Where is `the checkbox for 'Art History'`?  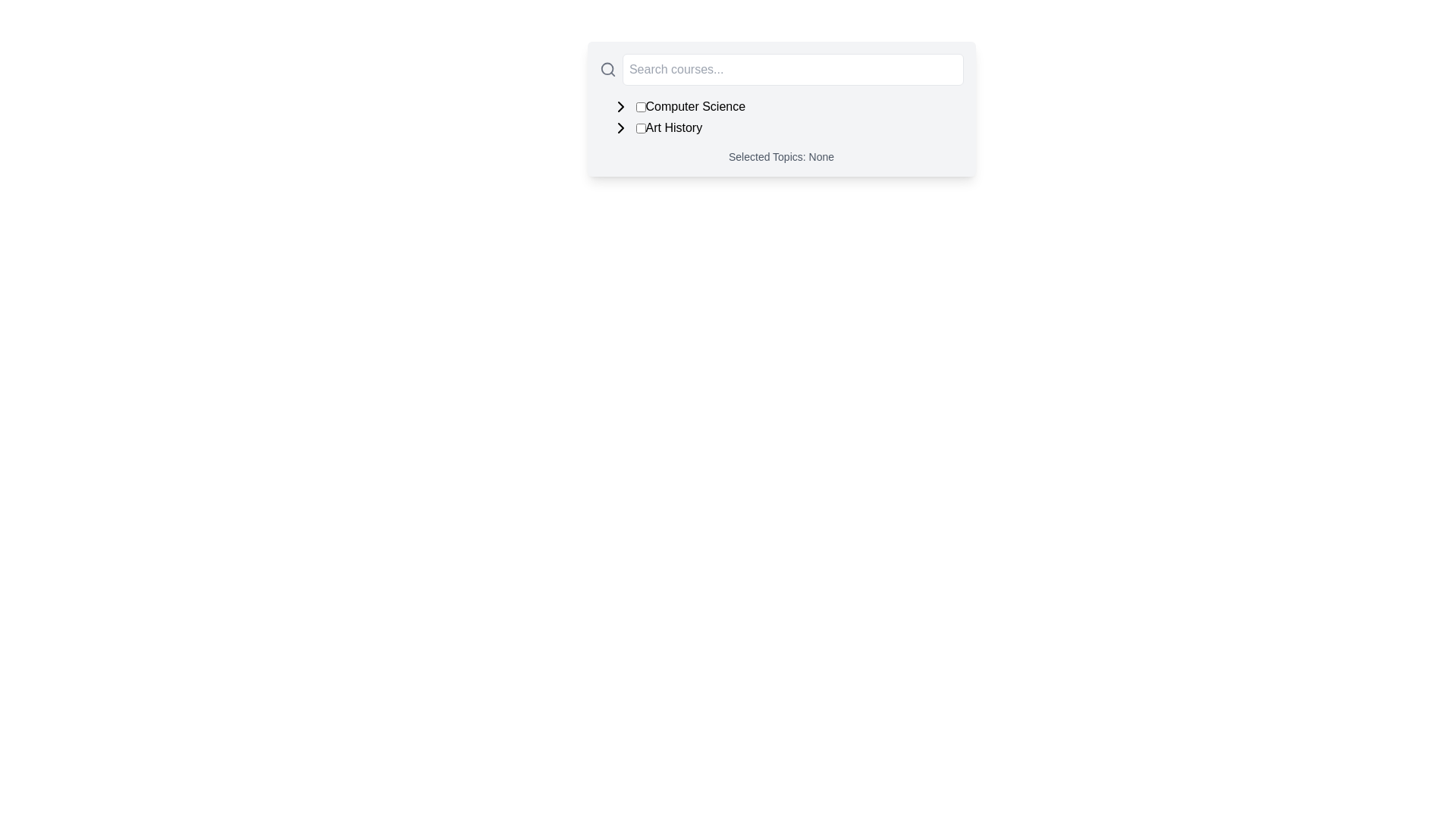
the checkbox for 'Art History' is located at coordinates (640, 127).